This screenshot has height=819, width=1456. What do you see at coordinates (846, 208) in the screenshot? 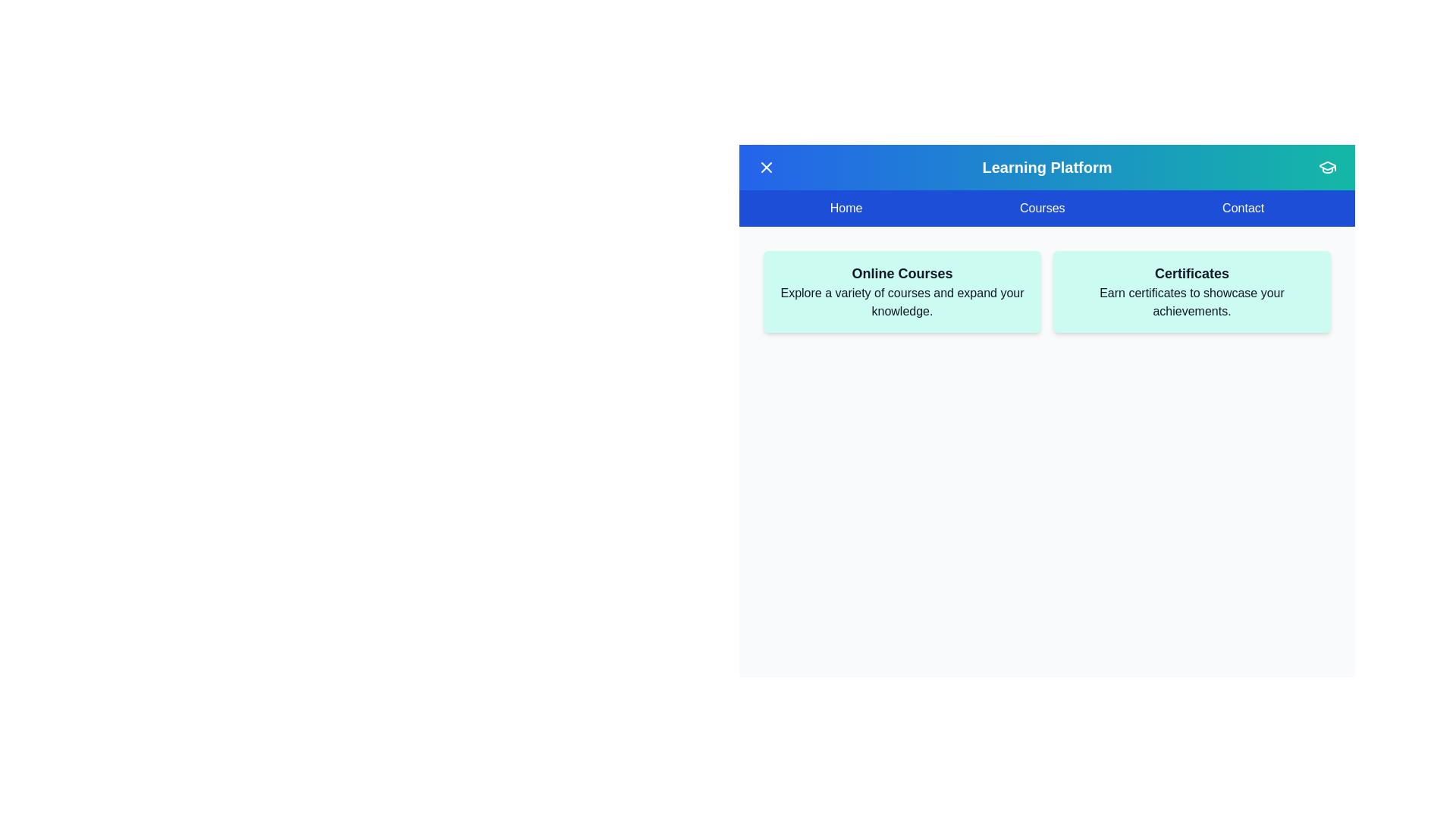
I see `the menu item Home to observe the hover effect` at bounding box center [846, 208].